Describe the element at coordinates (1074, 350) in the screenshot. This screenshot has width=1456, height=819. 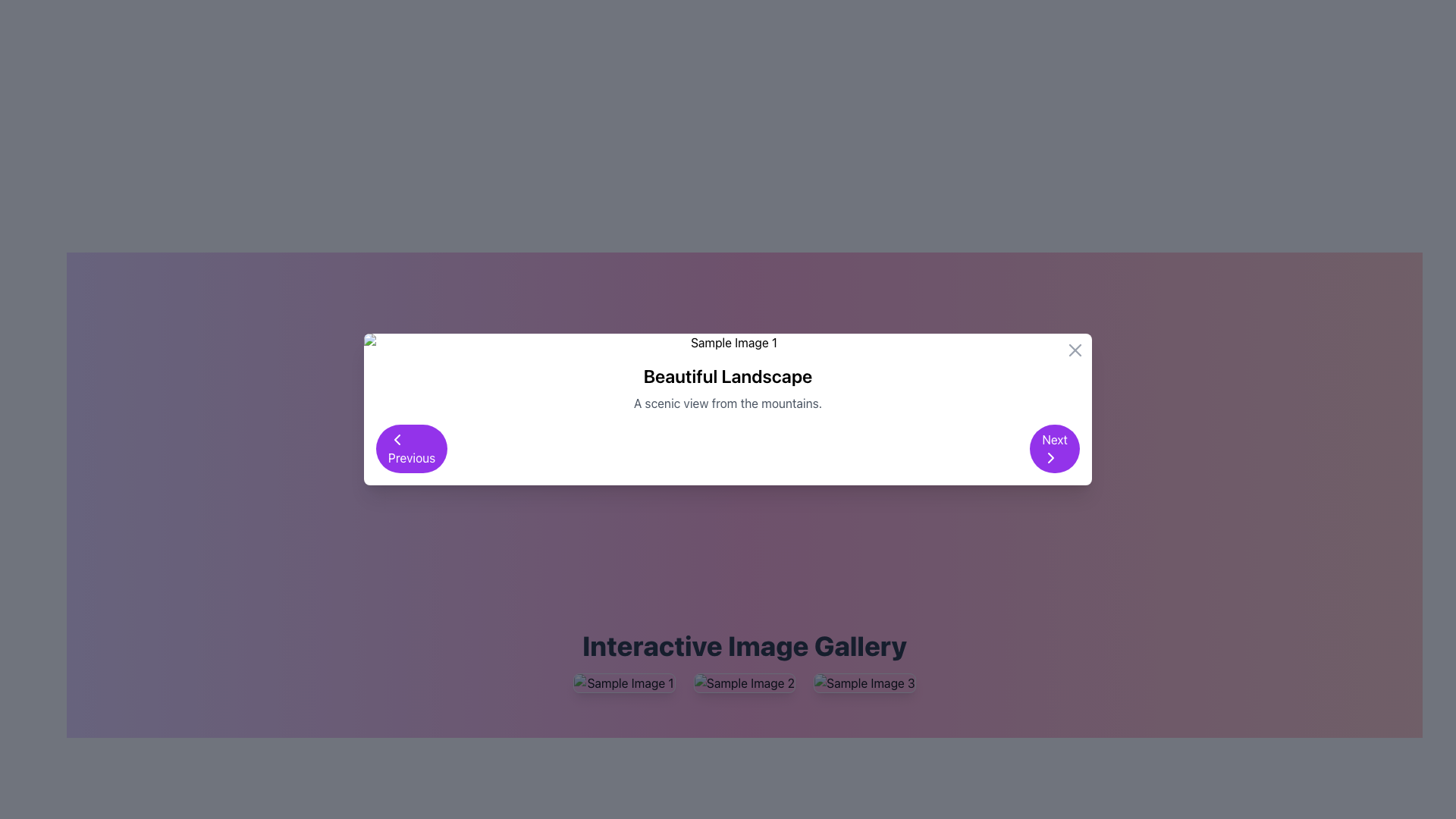
I see `the close icon represented by a diagonal cross symbol located at the top-right corner of the modal window` at that location.